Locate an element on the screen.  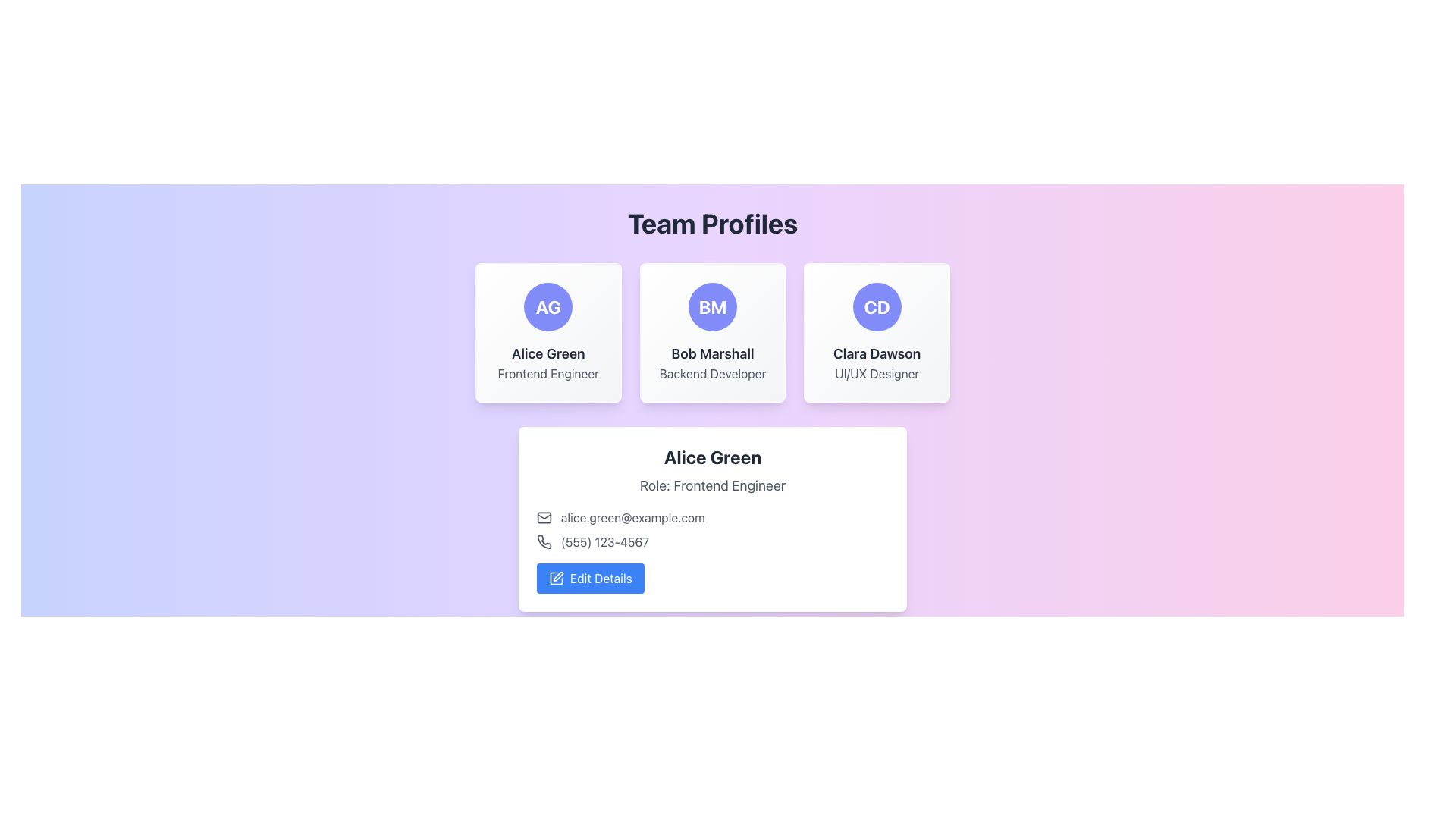
the icon representing the function of editing details, which is located inside the blue button labeled 'Edit Details' for 'Alice Green', positioned to the left of the button's text is located at coordinates (556, 579).